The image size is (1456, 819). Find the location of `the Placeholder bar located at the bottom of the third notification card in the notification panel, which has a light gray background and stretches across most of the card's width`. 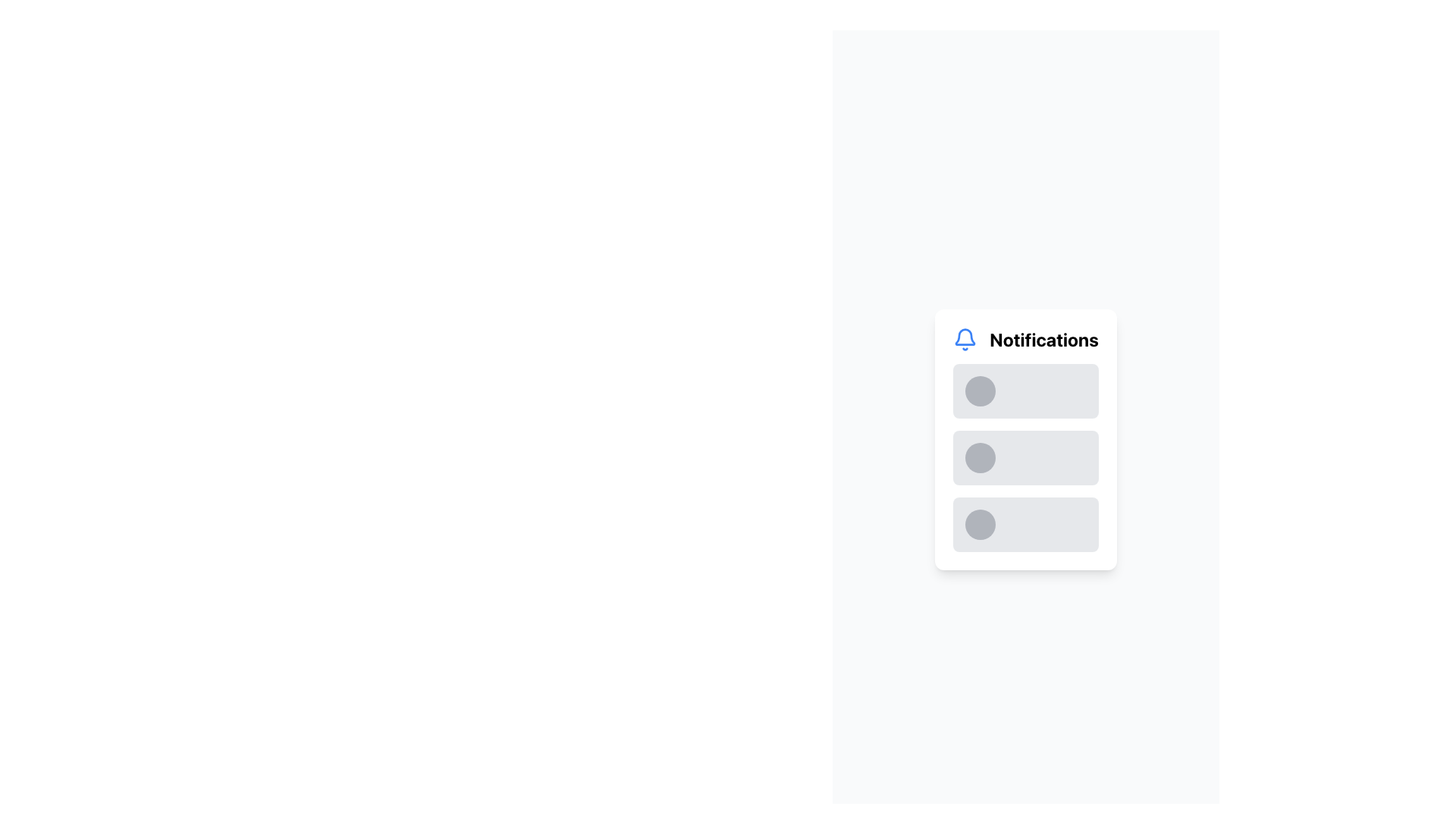

the Placeholder bar located at the bottom of the third notification card in the notification panel, which has a light gray background and stretches across most of the card's width is located at coordinates (1046, 523).